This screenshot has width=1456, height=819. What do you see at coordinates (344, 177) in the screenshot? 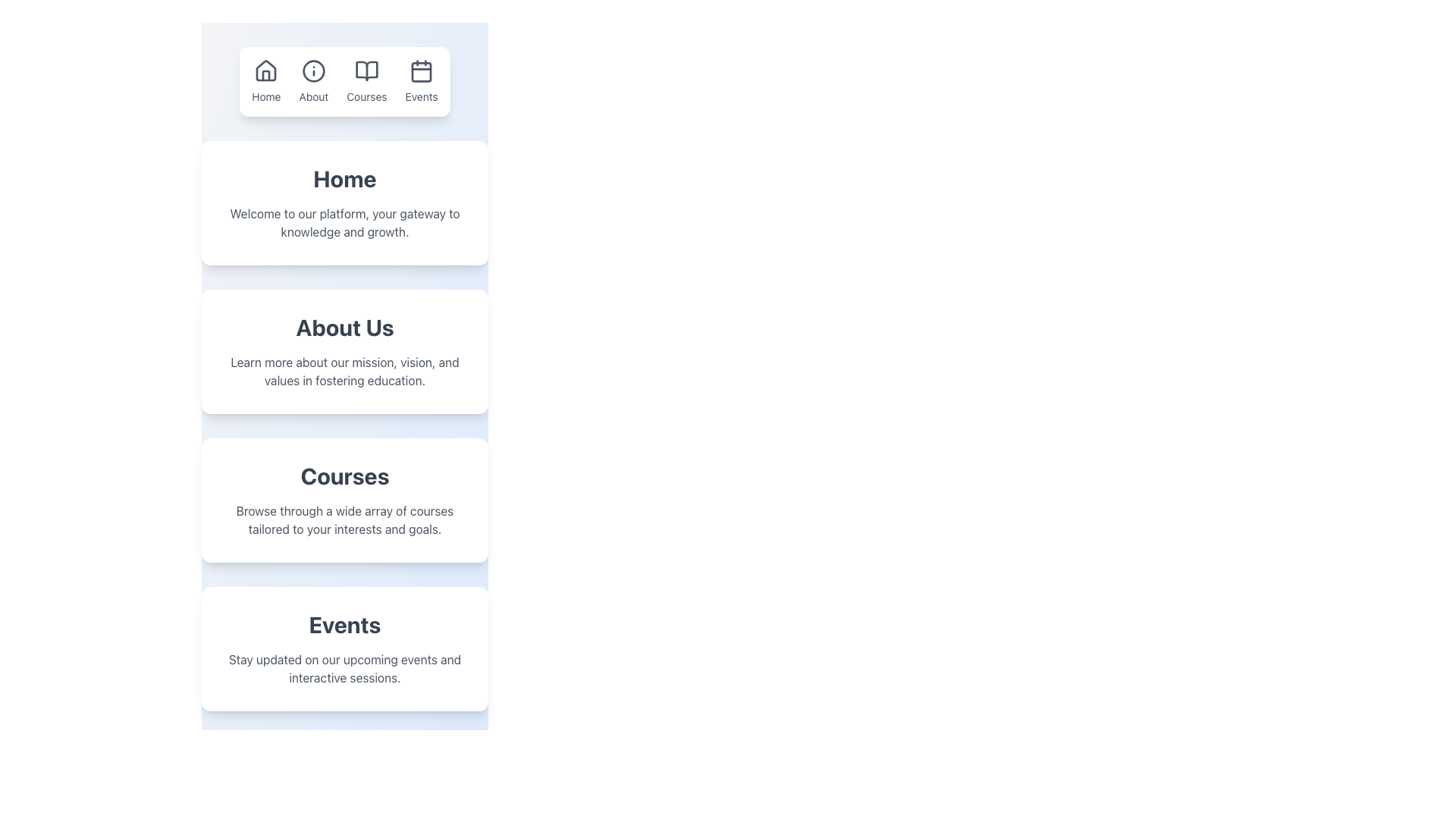
I see `the 'Home' header text, which is prominently displayed in large, bold, dark gray font at the top of a white card with rounded corners` at bounding box center [344, 177].